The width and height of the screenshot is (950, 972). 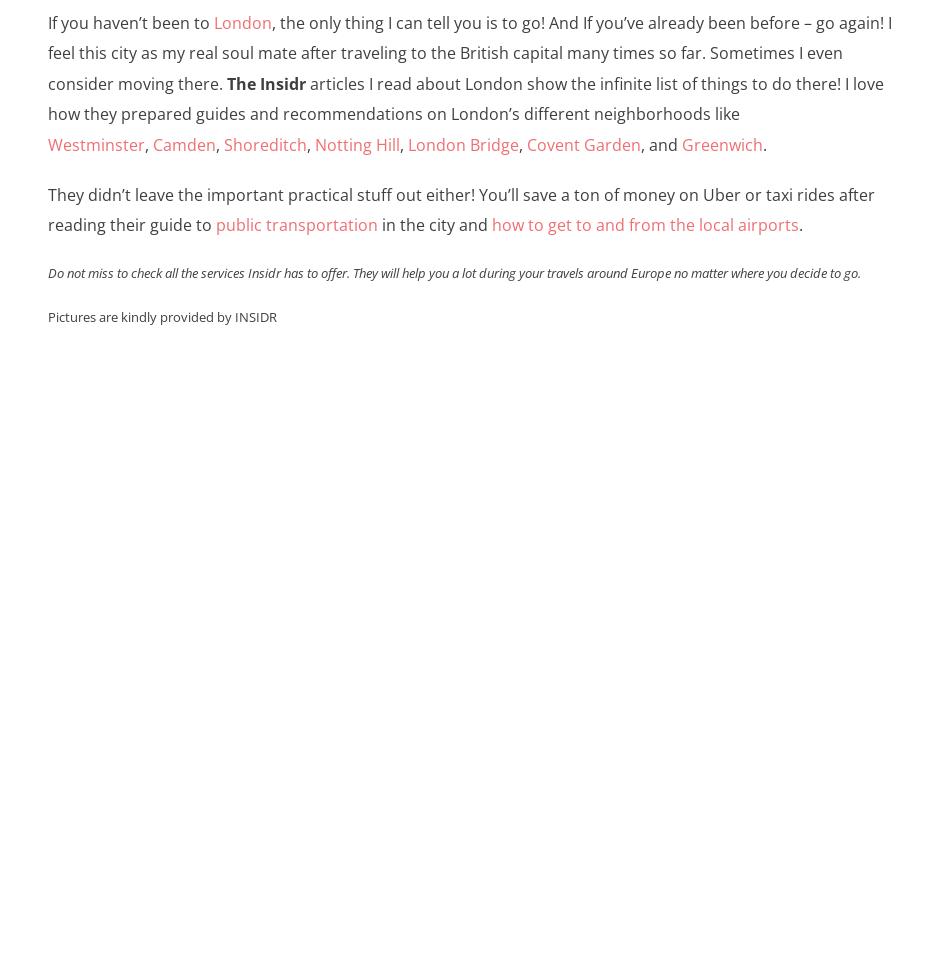 What do you see at coordinates (464, 97) in the screenshot?
I see `'articles I read about London show the infinite list of things to do there! I love how they prepared guides and recommendations on London’s different neighborhoods like'` at bounding box center [464, 97].